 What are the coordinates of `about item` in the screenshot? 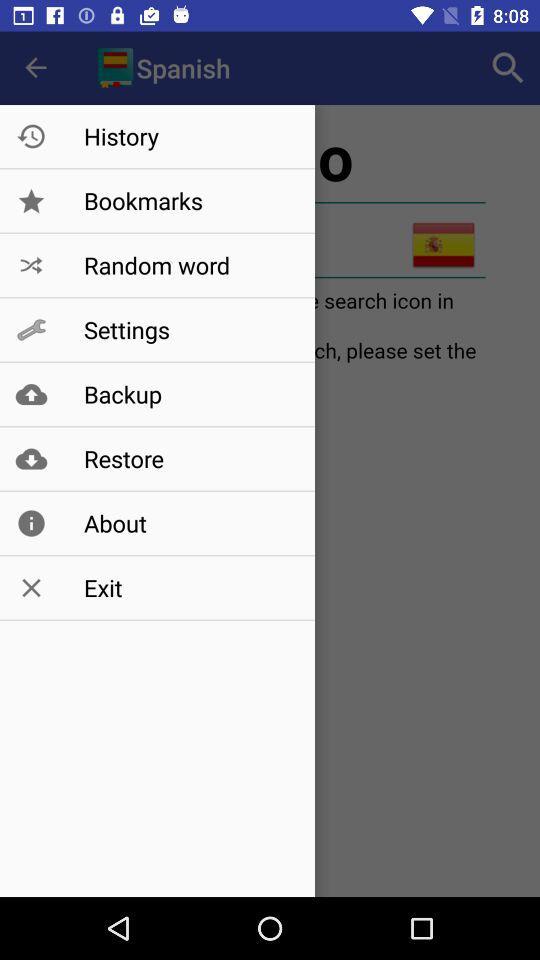 It's located at (189, 522).